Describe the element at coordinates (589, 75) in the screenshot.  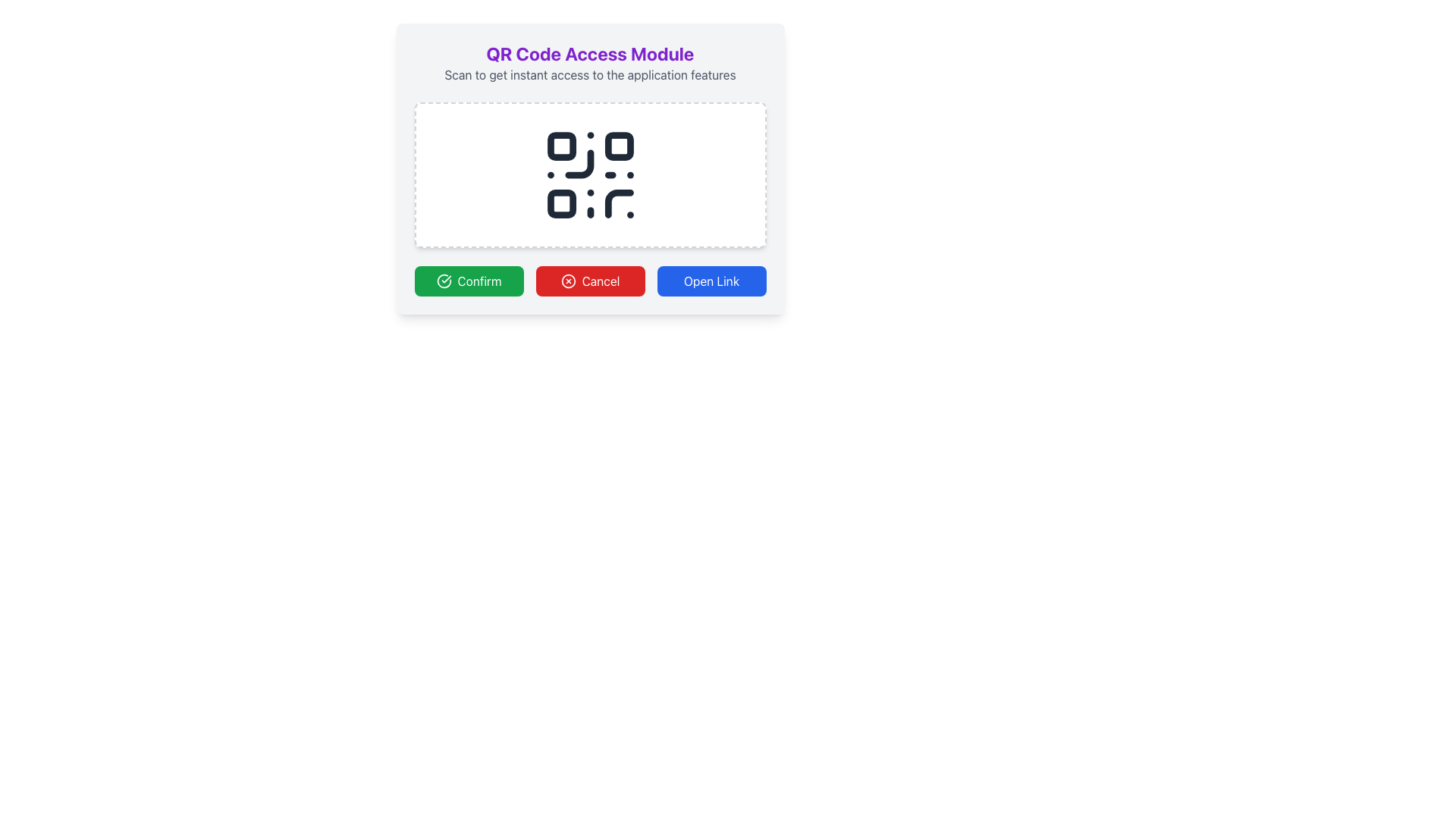
I see `the static text label that provides context about the QR code functionality, located between the header 'QR Code Access Module' and the QR code frame` at that location.